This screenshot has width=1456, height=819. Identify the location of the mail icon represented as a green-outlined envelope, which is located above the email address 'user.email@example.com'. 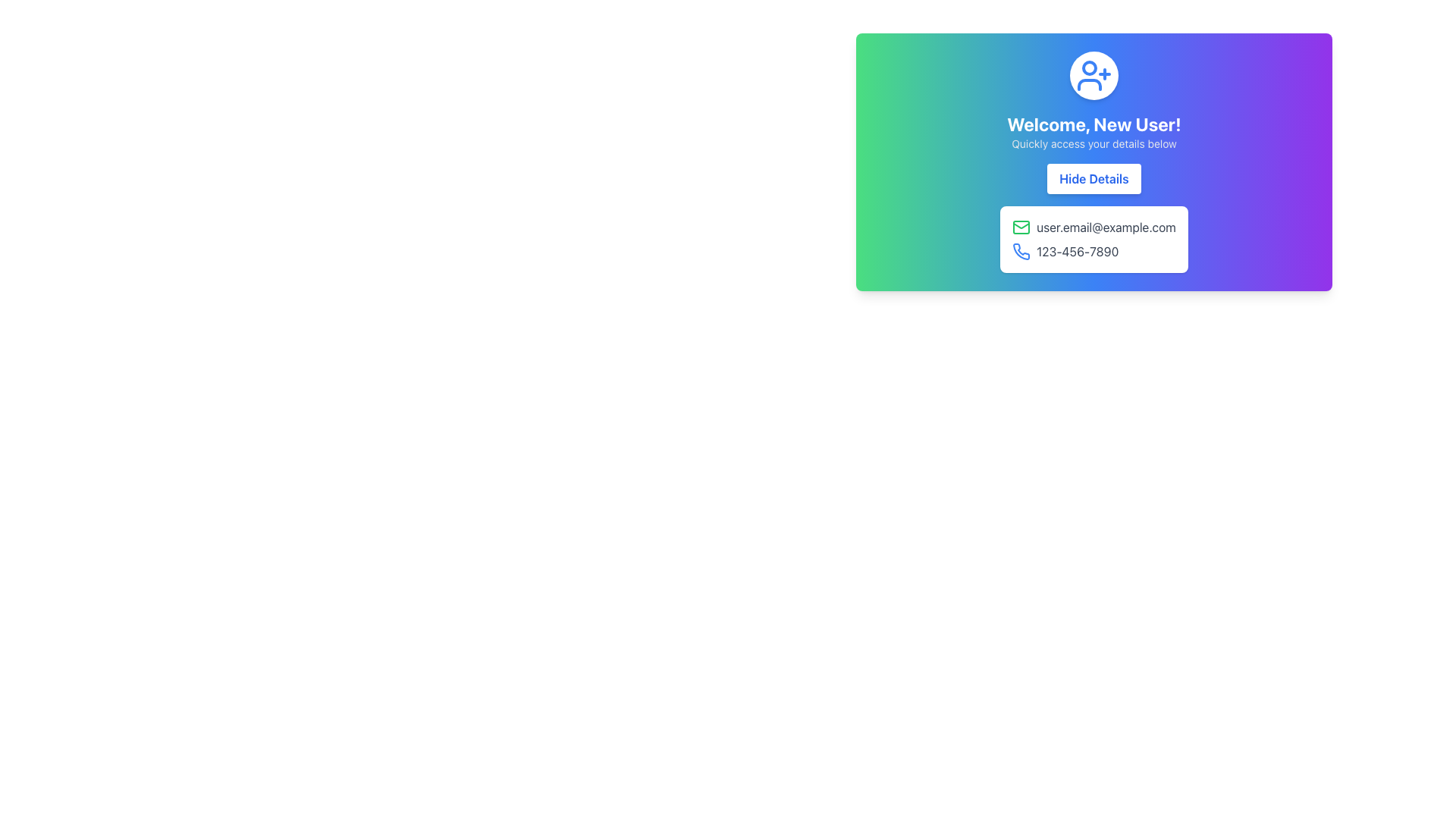
(1021, 227).